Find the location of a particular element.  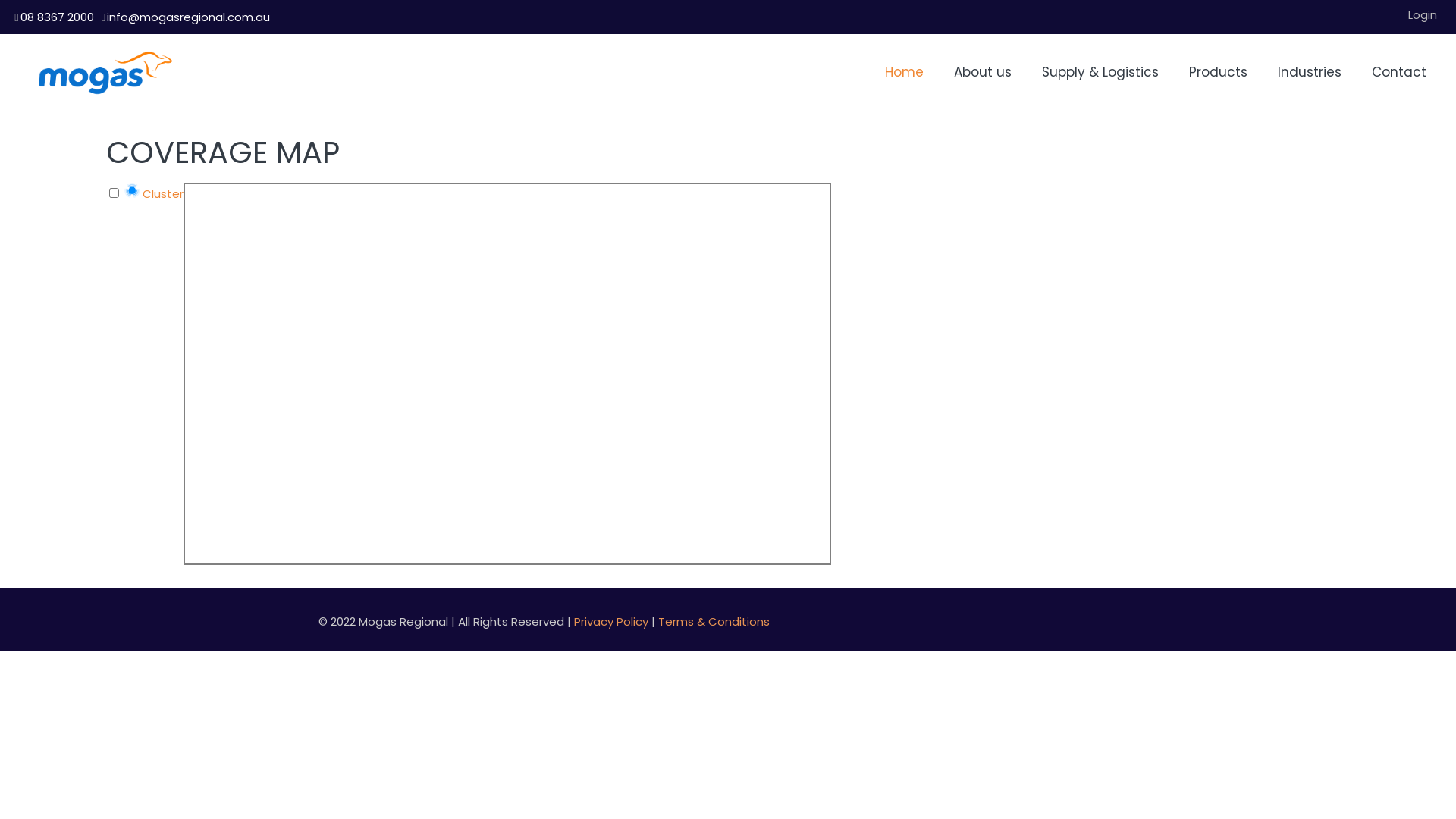

'Industries' is located at coordinates (1309, 72).